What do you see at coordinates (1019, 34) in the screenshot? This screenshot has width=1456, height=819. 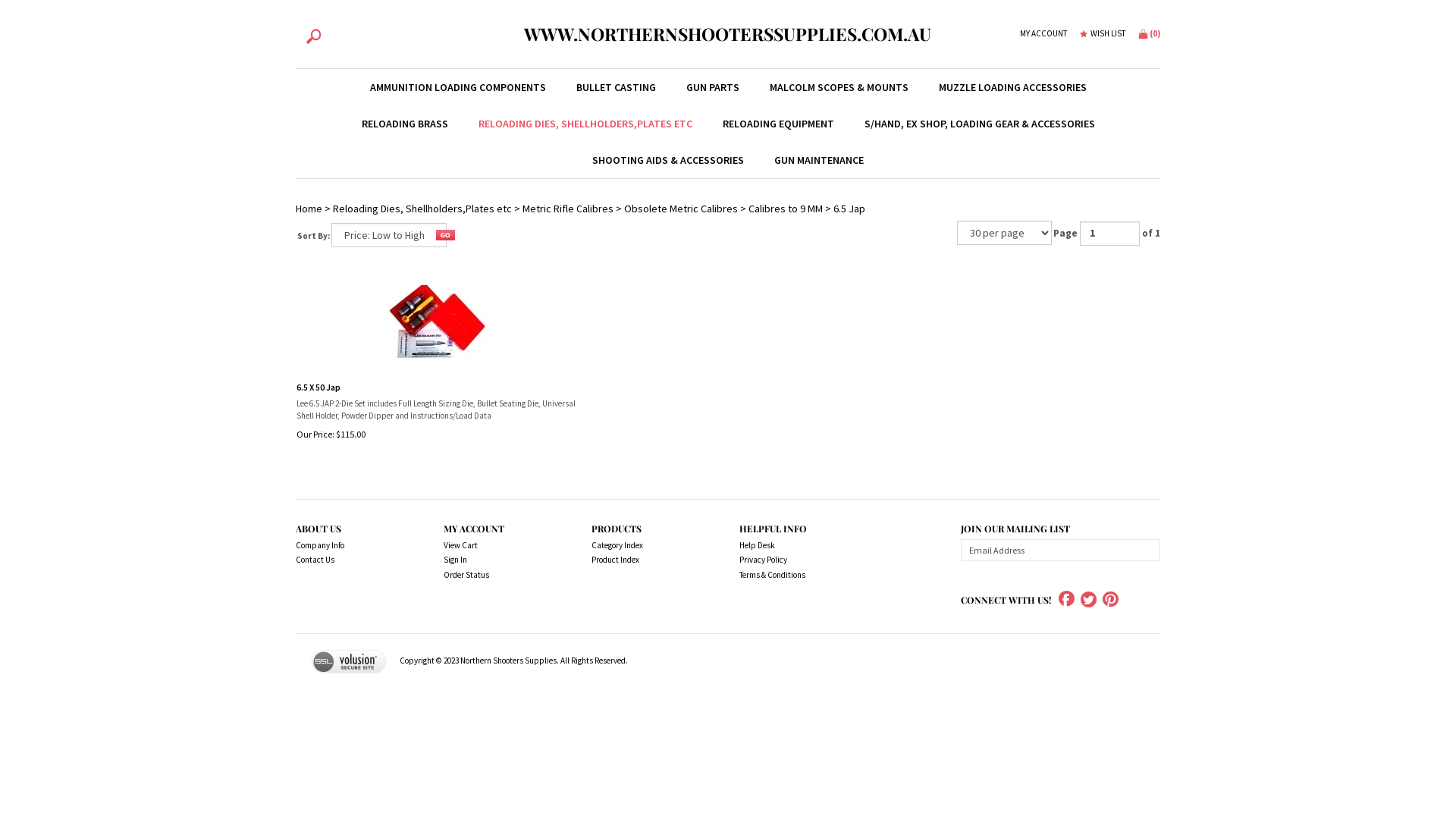 I see `'MY ACCOUNT'` at bounding box center [1019, 34].